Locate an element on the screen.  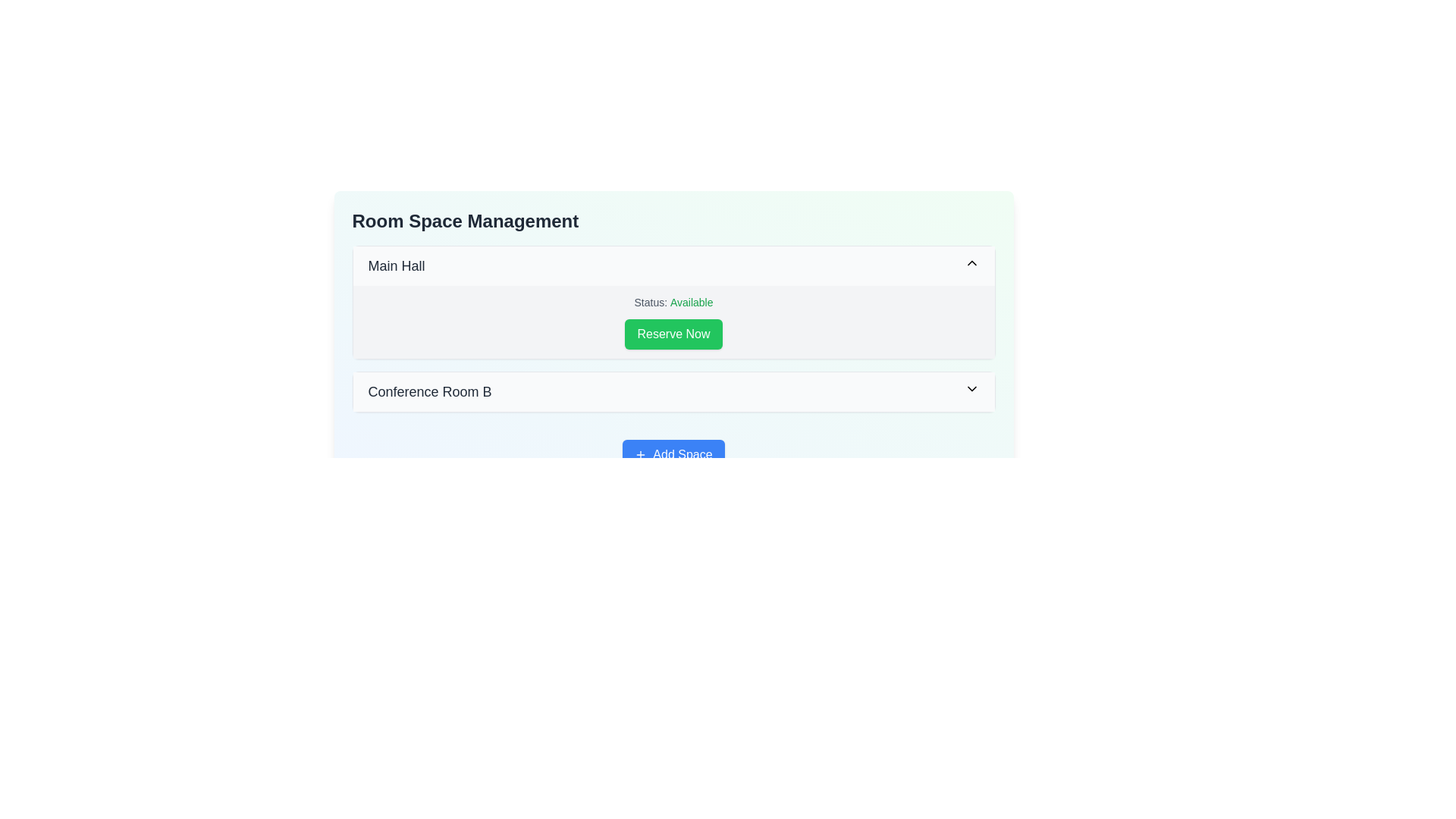
the reservation button located in the 'Main Hall' section under 'Room Space Management' is located at coordinates (673, 333).